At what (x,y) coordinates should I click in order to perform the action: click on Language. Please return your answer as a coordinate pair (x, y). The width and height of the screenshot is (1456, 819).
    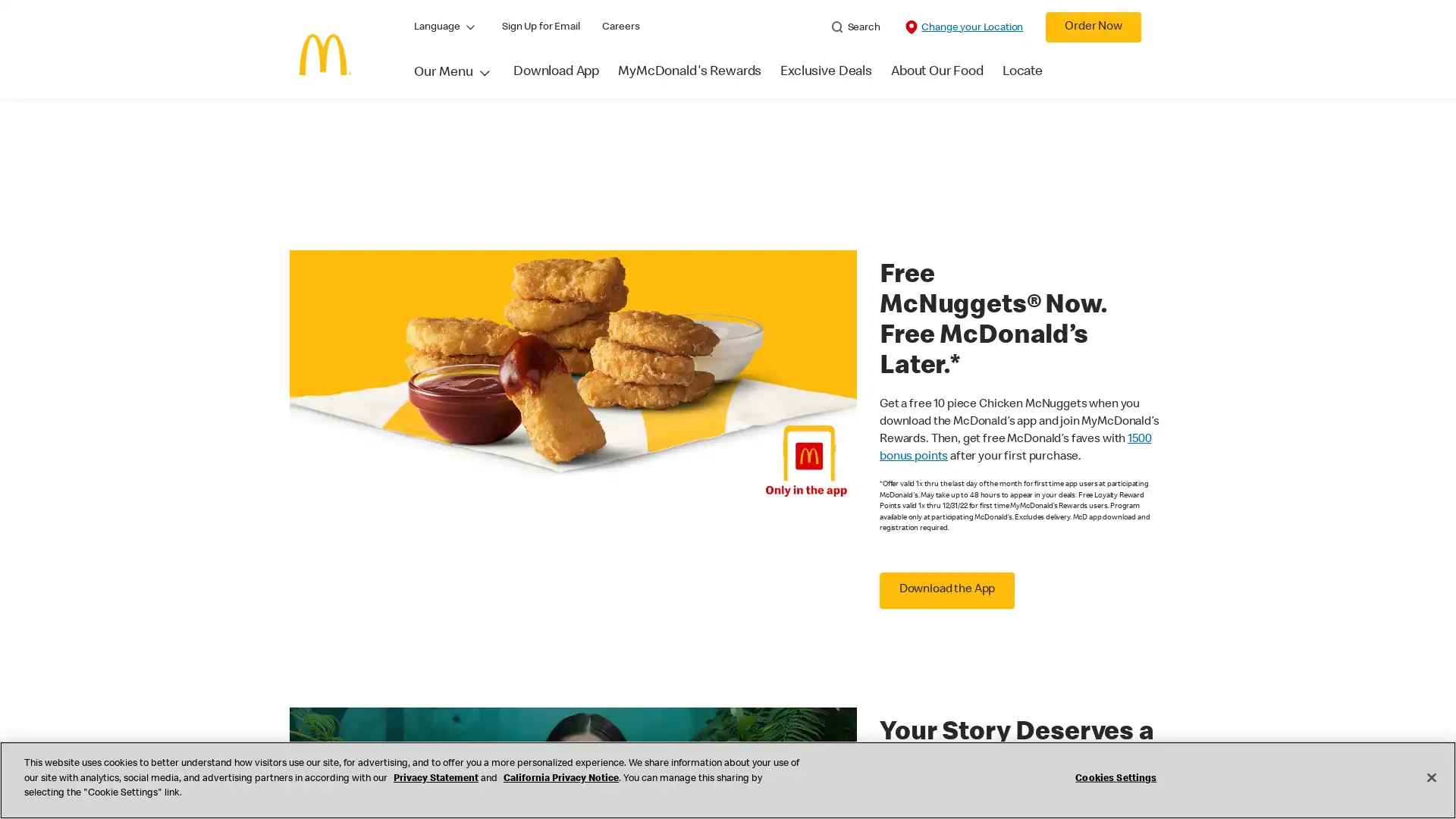
    Looking at the image, I should click on (443, 26).